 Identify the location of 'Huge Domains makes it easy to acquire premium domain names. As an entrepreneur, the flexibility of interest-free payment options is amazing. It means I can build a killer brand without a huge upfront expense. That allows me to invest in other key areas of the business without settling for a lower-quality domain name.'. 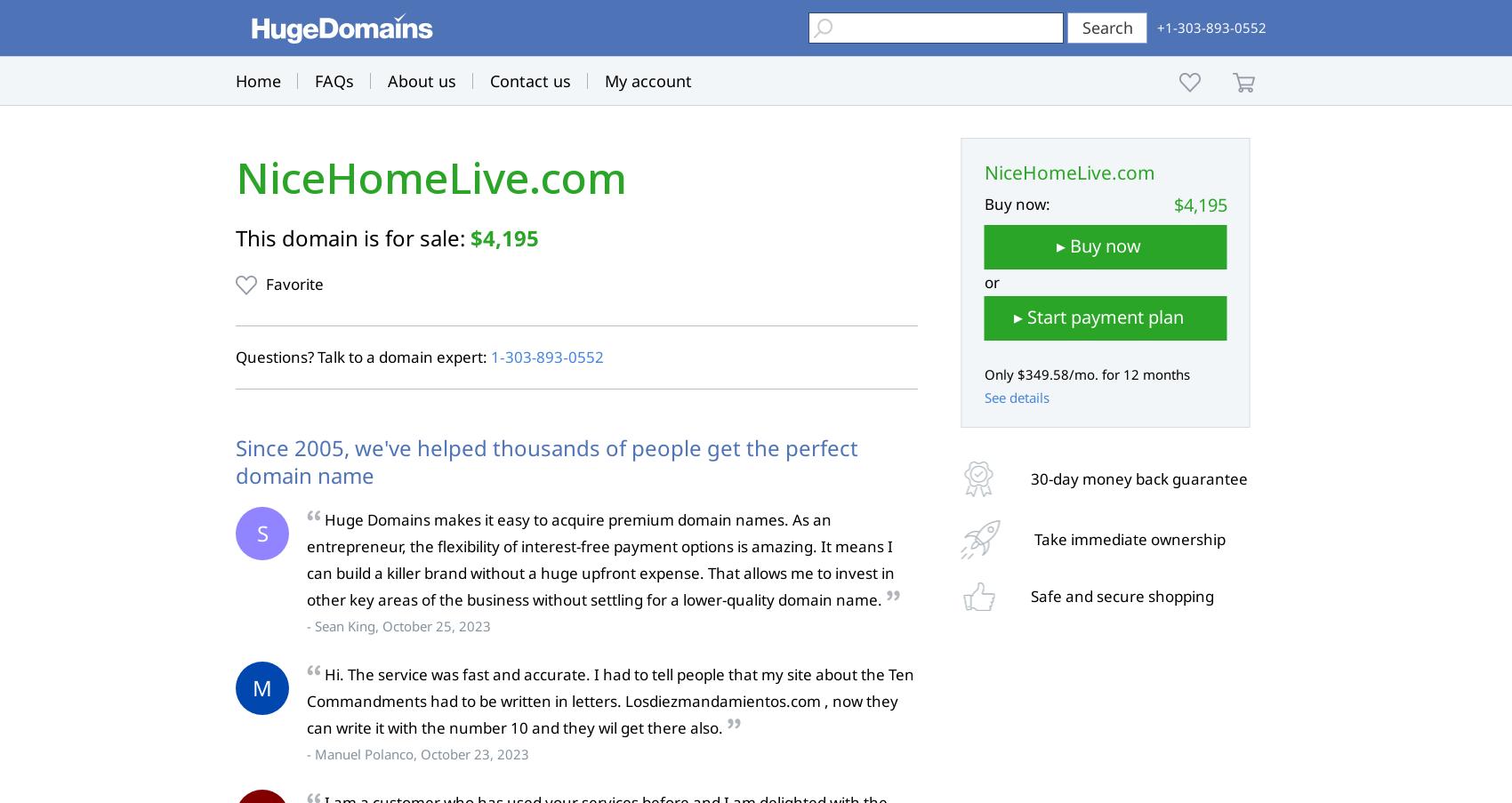
(600, 559).